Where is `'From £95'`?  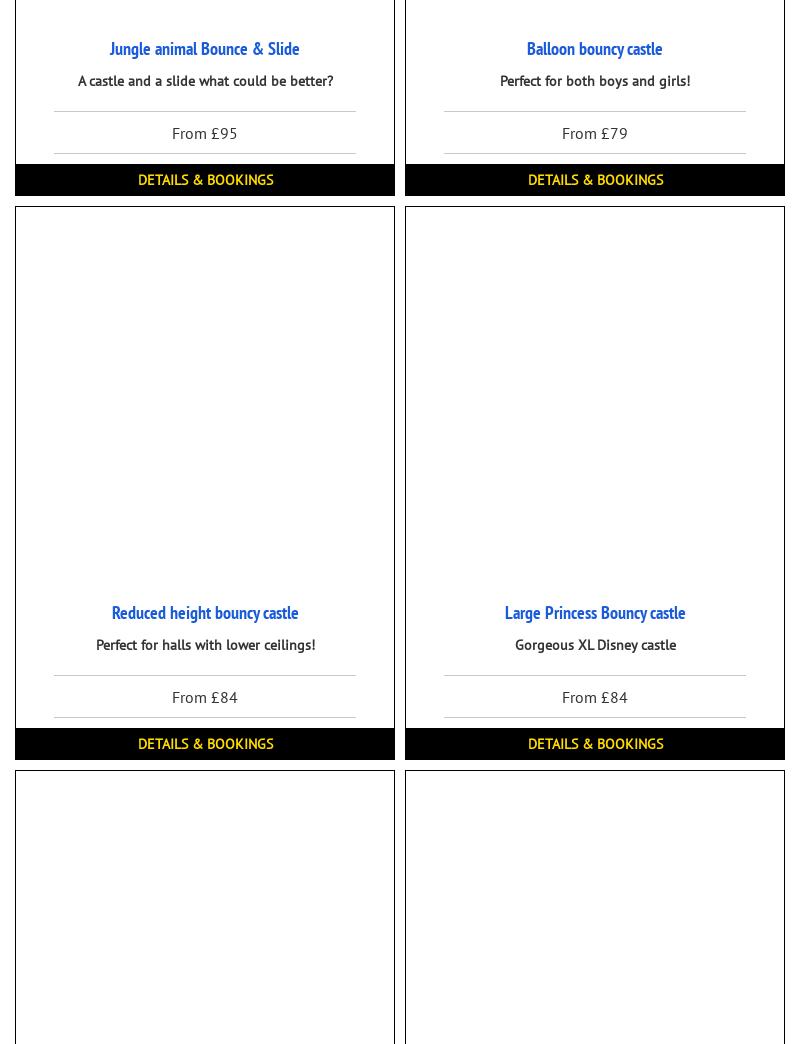 'From £95' is located at coordinates (171, 130).